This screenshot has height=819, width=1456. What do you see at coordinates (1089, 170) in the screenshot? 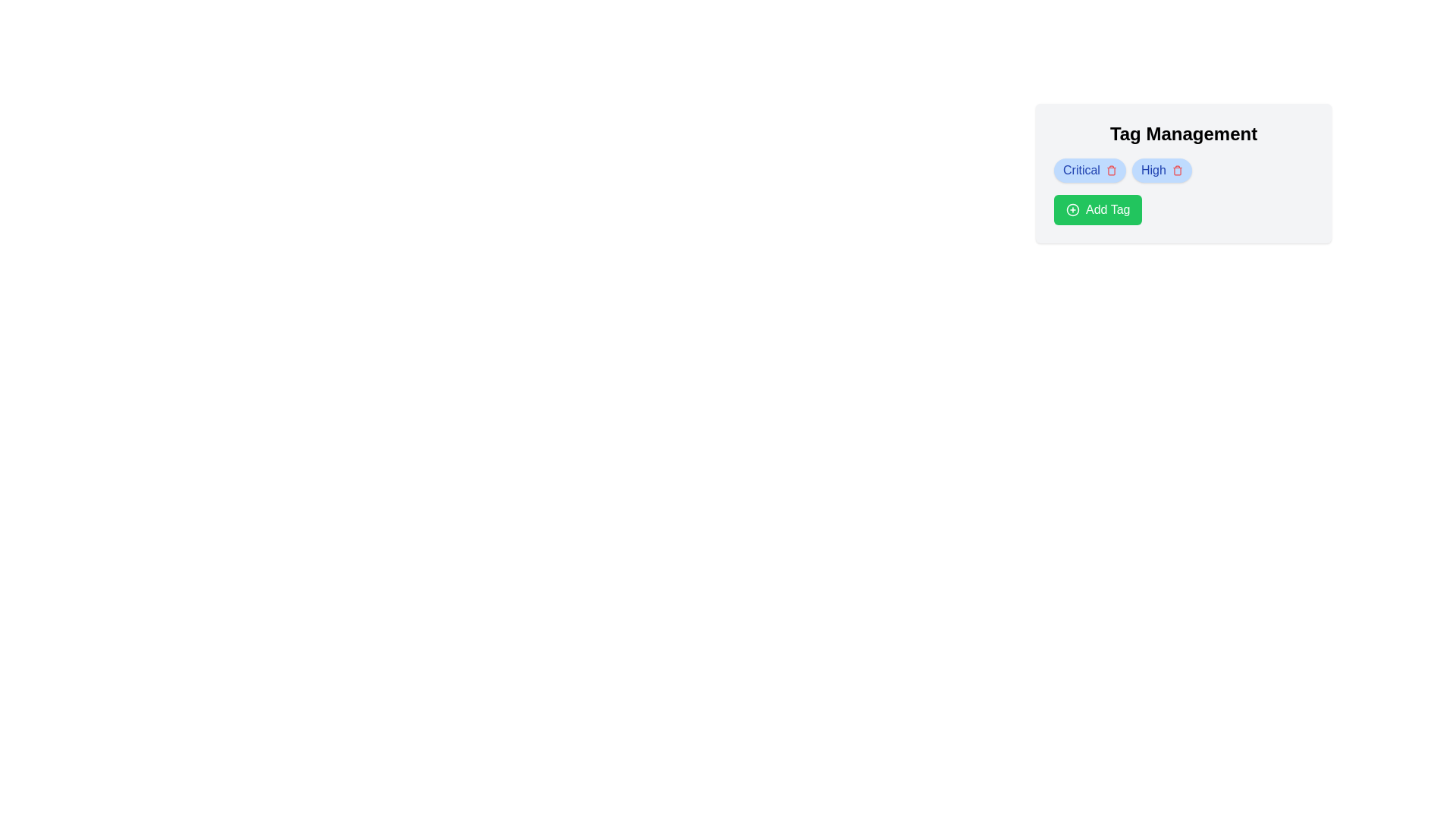
I see `the 'Critical' tag, which is the first tag in the horizontally aligned group of tags in the tag management section, to interact with it` at bounding box center [1089, 170].